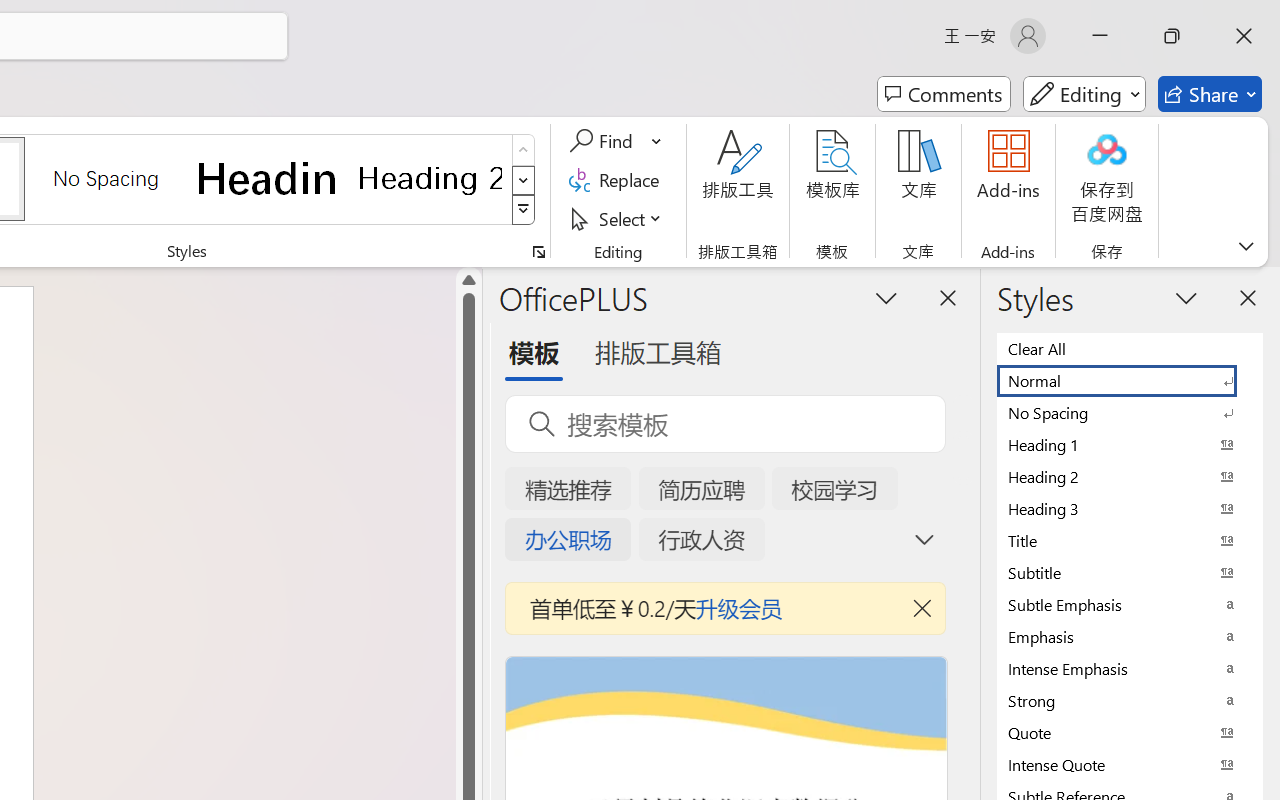 The height and width of the screenshot is (800, 1280). I want to click on 'Quote', so click(1130, 731).